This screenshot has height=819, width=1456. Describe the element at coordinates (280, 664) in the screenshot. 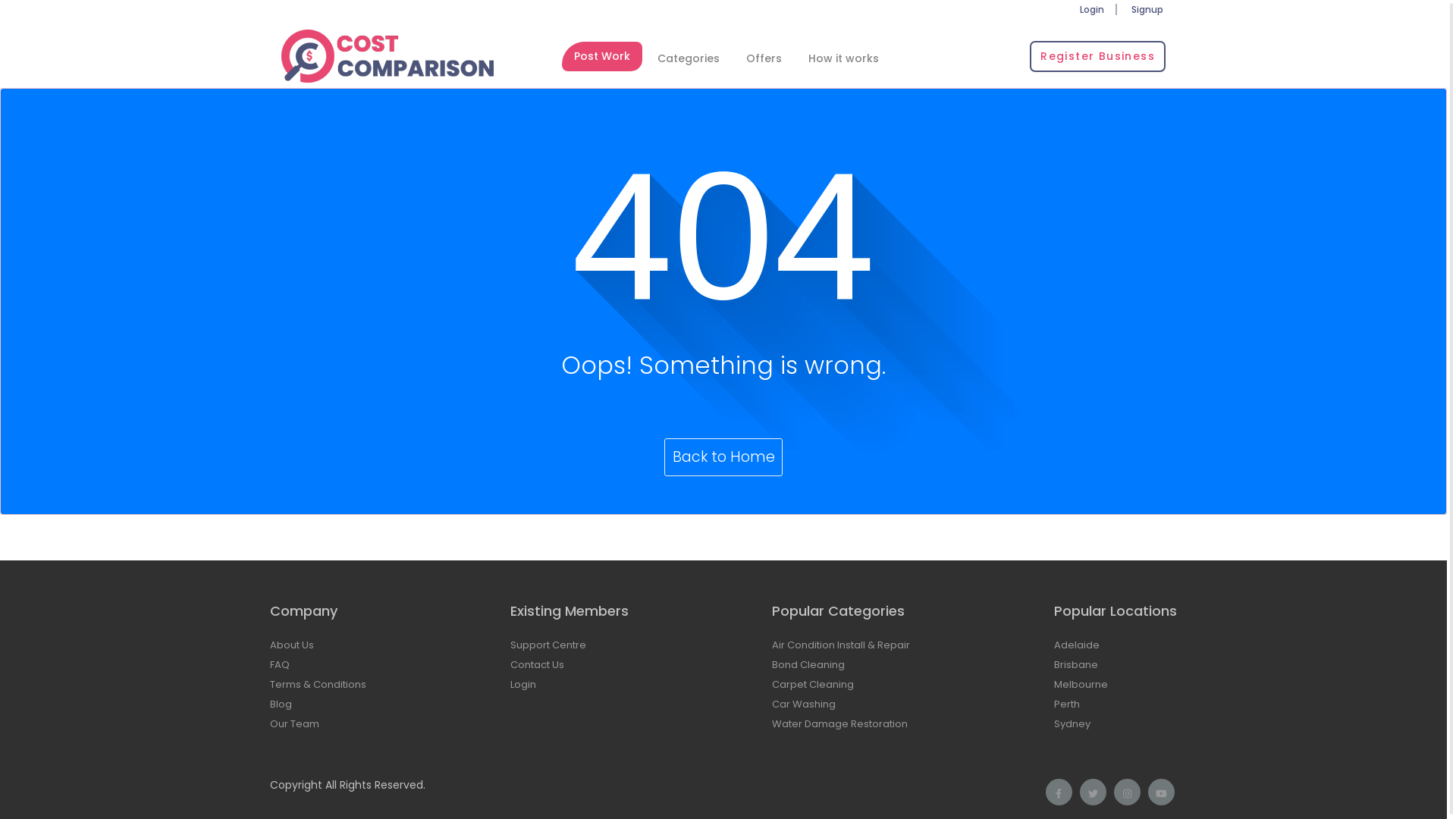

I see `'FAQ'` at that location.